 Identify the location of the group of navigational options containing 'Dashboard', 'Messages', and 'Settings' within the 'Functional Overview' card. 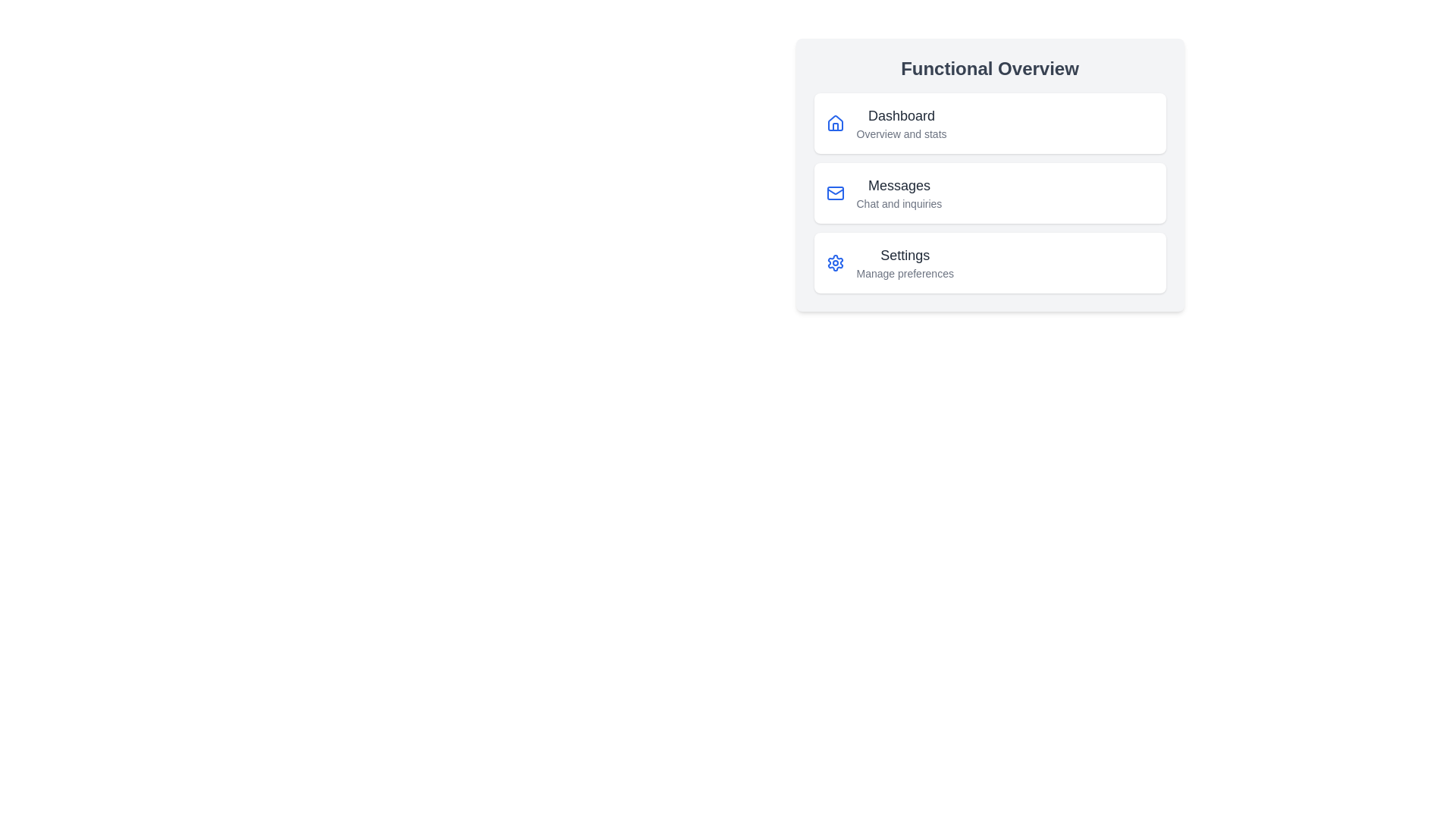
(990, 192).